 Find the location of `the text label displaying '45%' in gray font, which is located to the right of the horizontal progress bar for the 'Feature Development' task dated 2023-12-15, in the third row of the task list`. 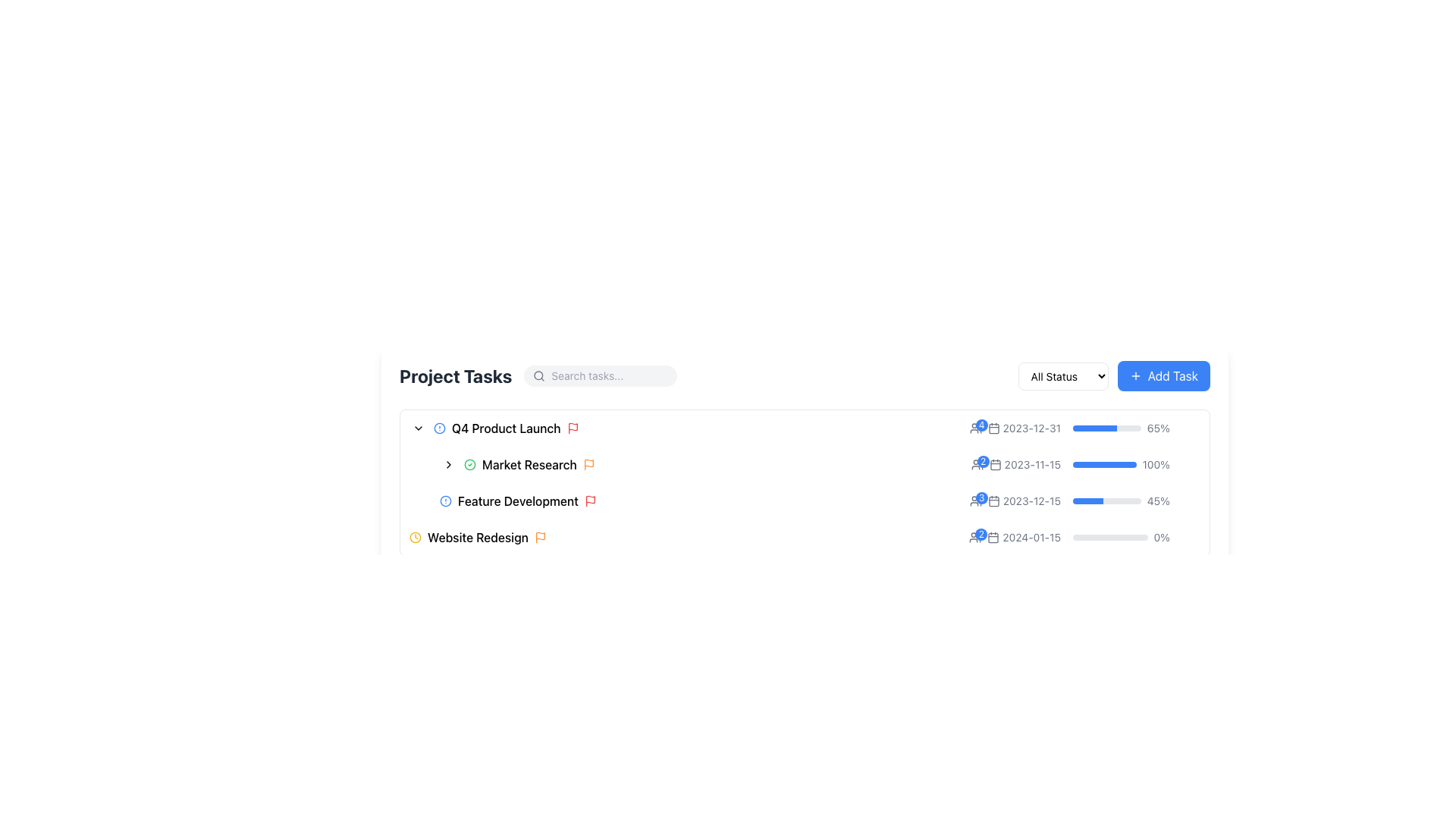

the text label displaying '45%' in gray font, which is located to the right of the horizontal progress bar for the 'Feature Development' task dated 2023-12-15, in the third row of the task list is located at coordinates (1157, 500).